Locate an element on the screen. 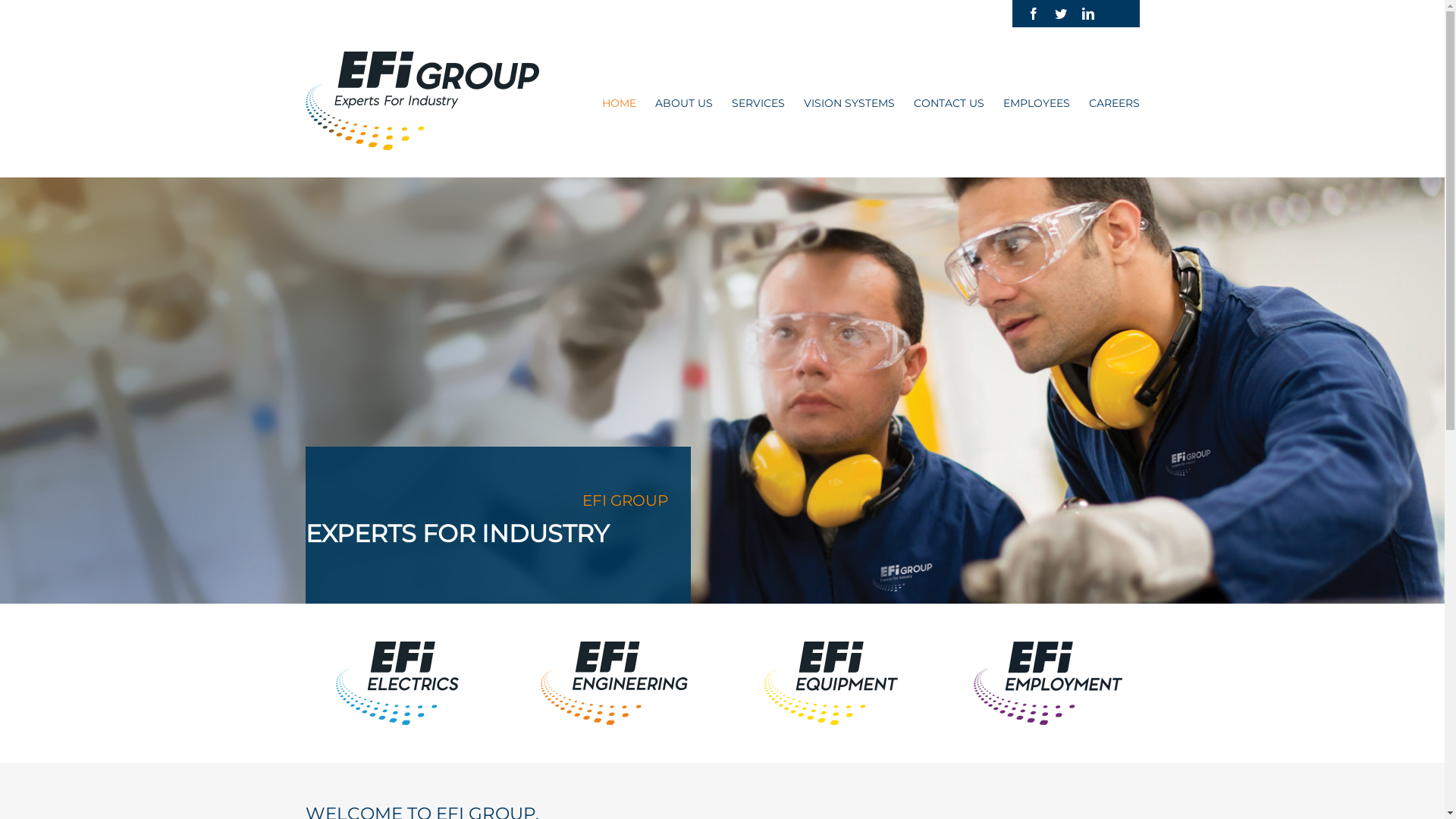  'Facebook' is located at coordinates (1026, 14).